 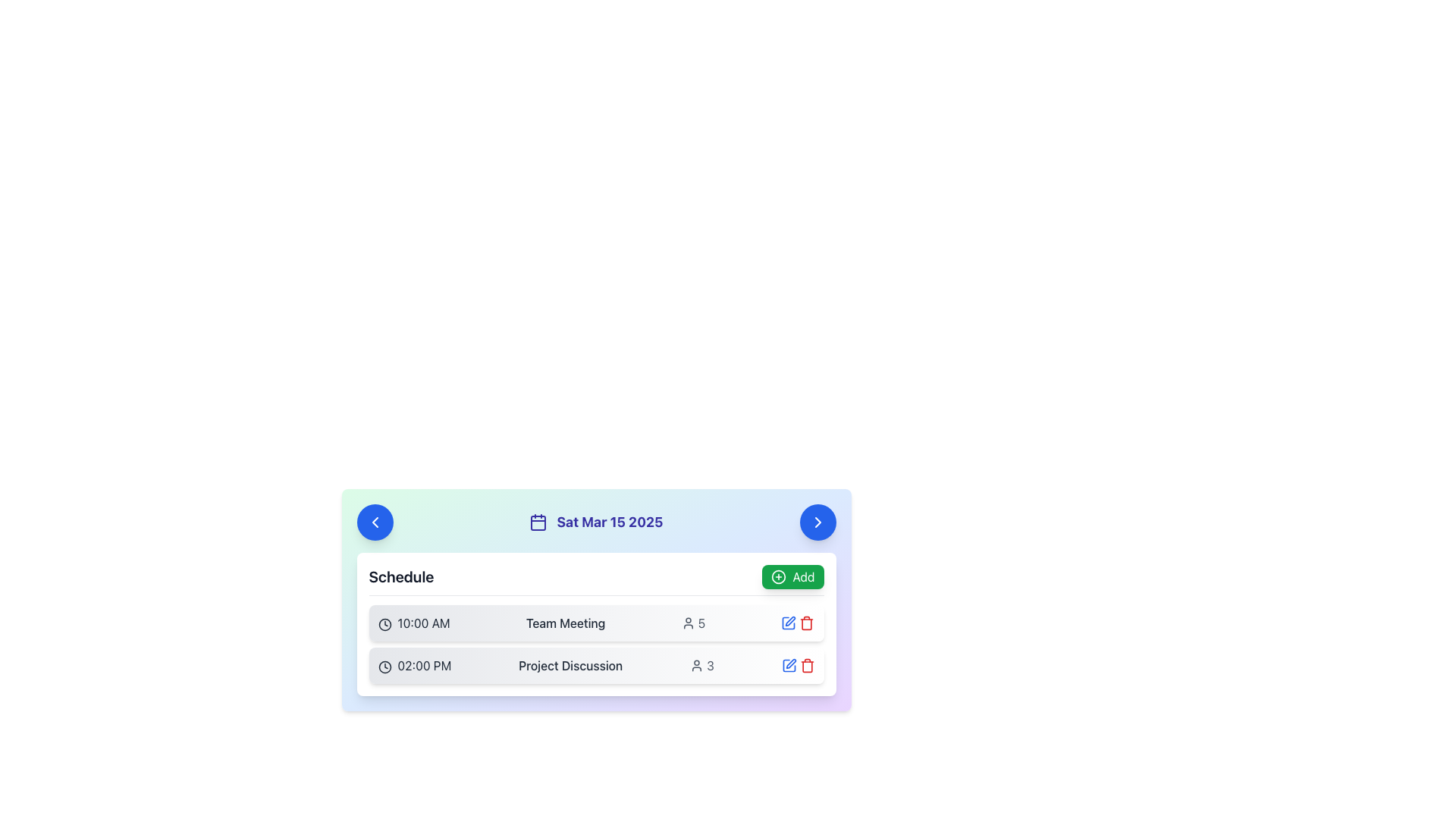 I want to click on the circular clock icon that is positioned at the leftmost position of the row displaying '10:00 AM' in the 'Schedule' component, so click(x=384, y=624).